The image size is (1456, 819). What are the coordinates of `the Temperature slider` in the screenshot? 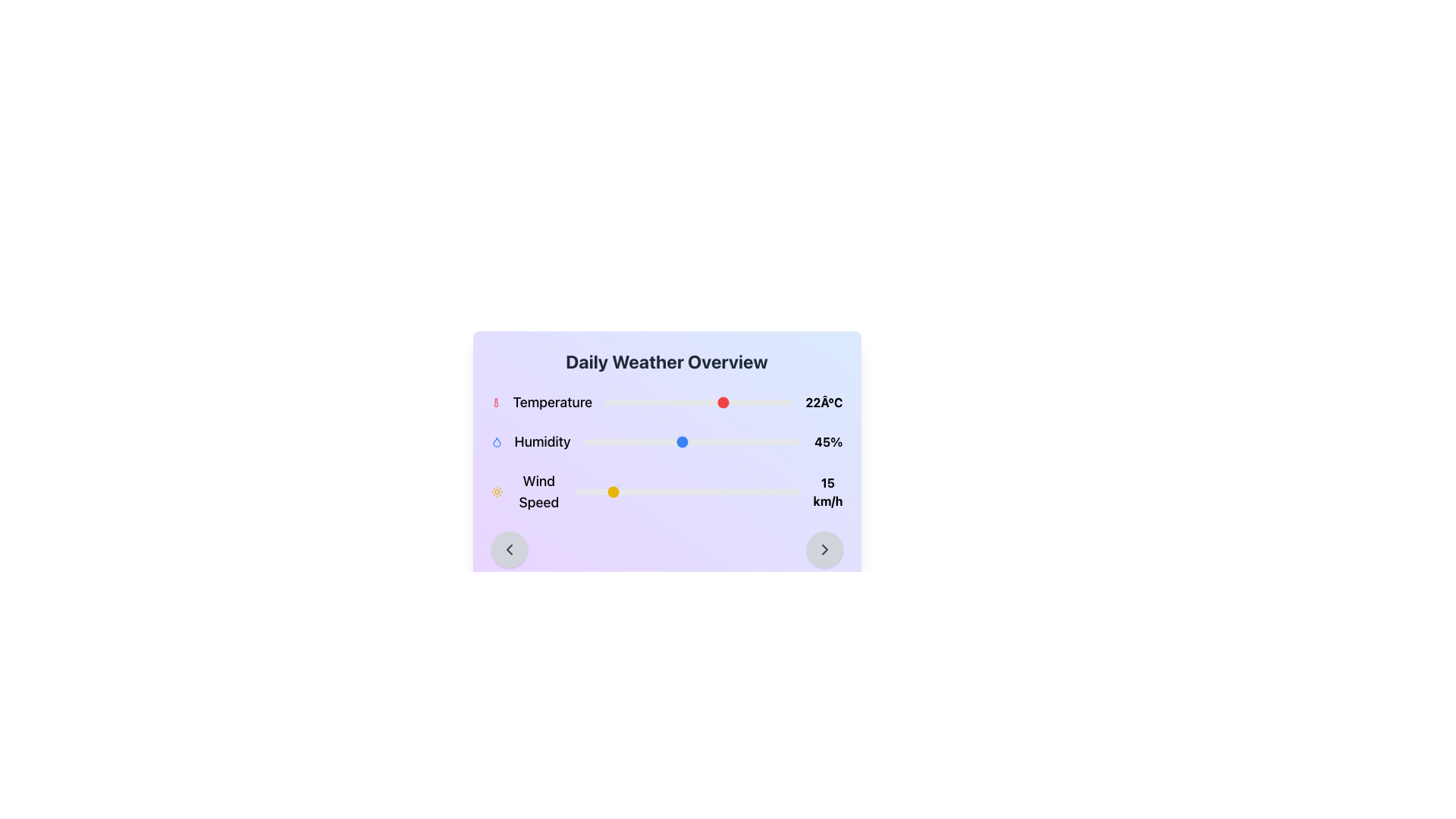 It's located at (620, 402).